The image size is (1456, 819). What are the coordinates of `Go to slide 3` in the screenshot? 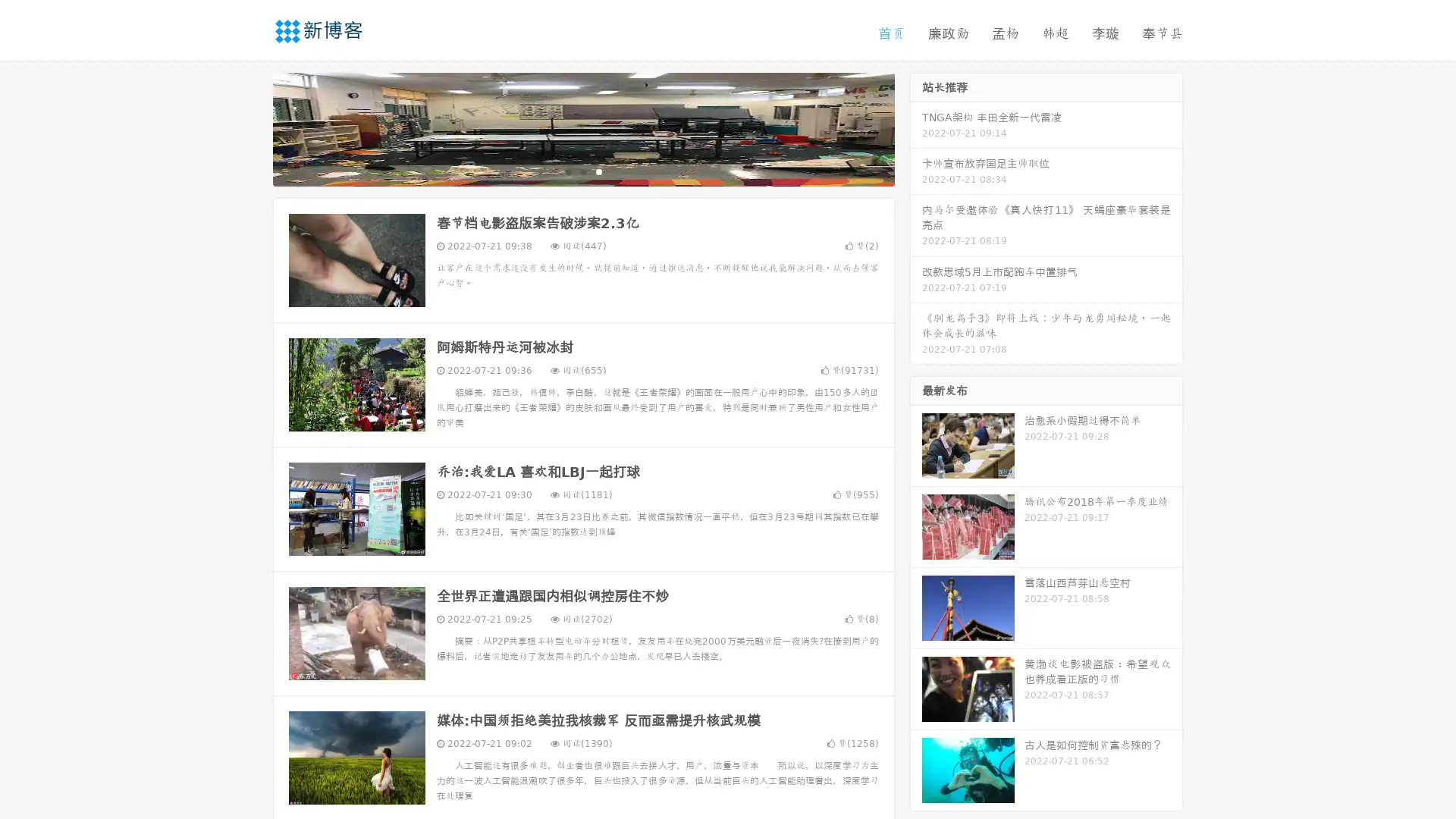 It's located at (598, 171).